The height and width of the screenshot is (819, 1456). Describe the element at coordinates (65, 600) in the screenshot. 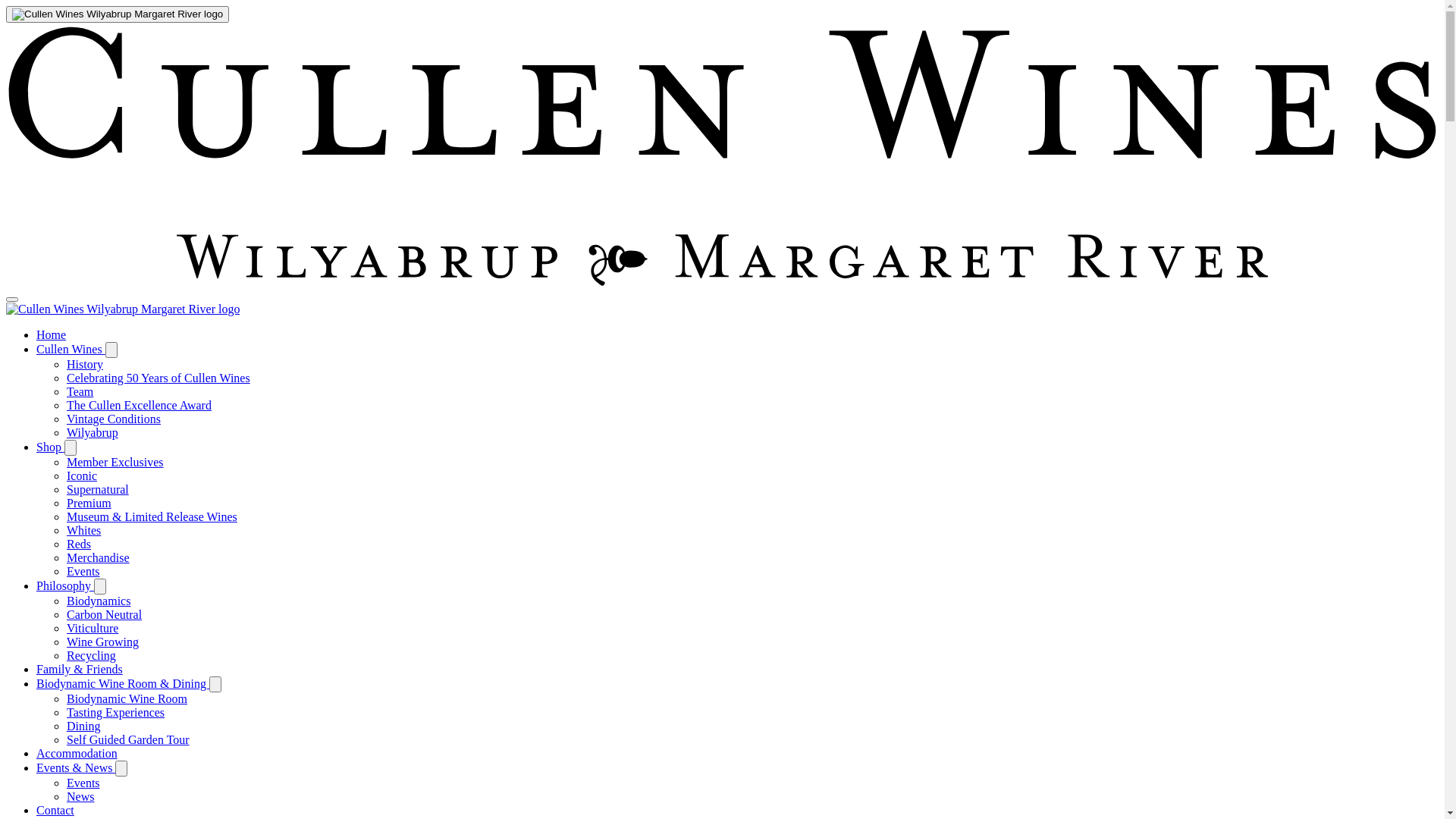

I see `'Biodynamics'` at that location.